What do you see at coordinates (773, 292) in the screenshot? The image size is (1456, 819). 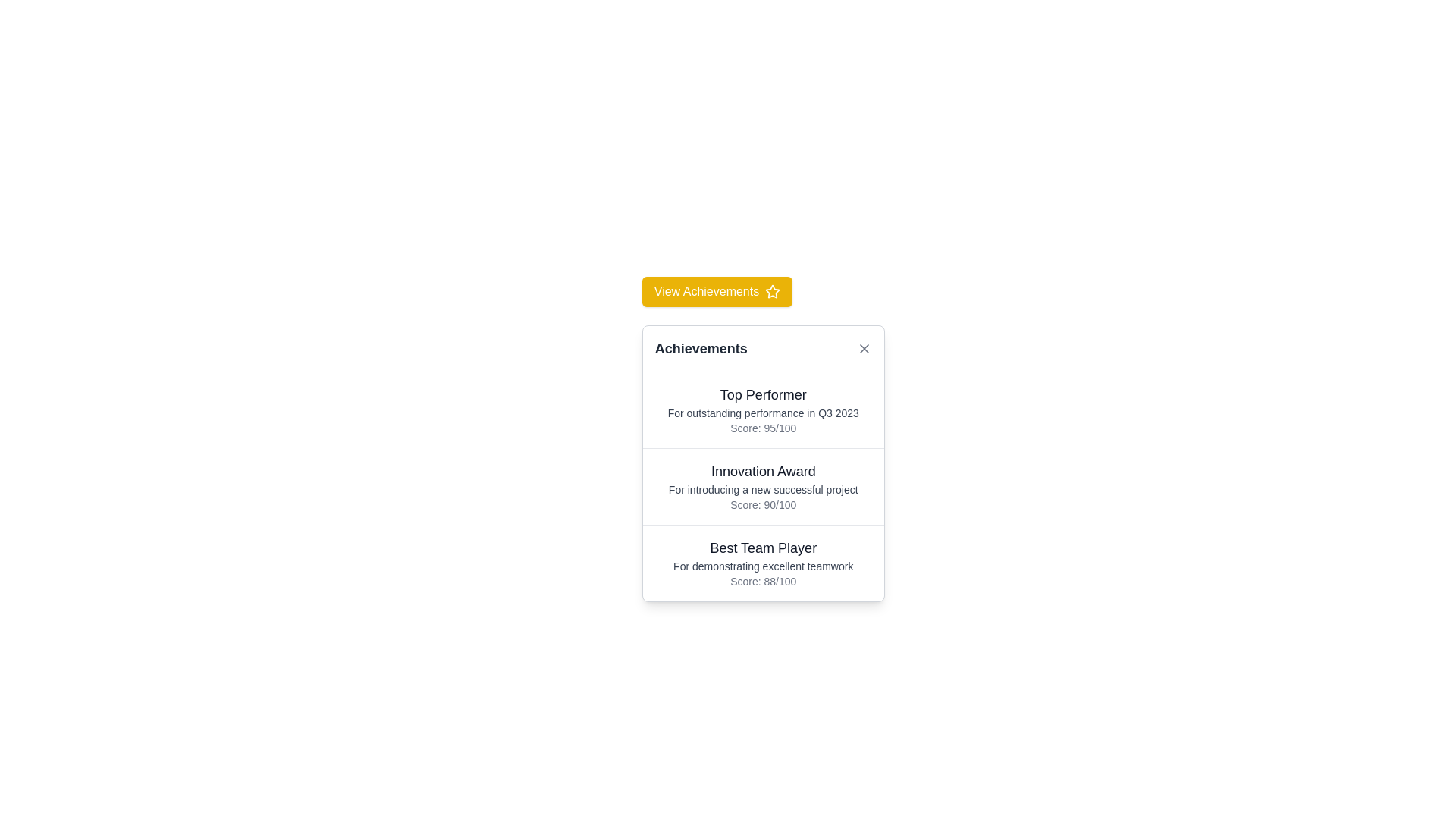 I see `the yellow star icon with a hollow center that is located next to the text 'View Achievements' in the yellow button` at bounding box center [773, 292].